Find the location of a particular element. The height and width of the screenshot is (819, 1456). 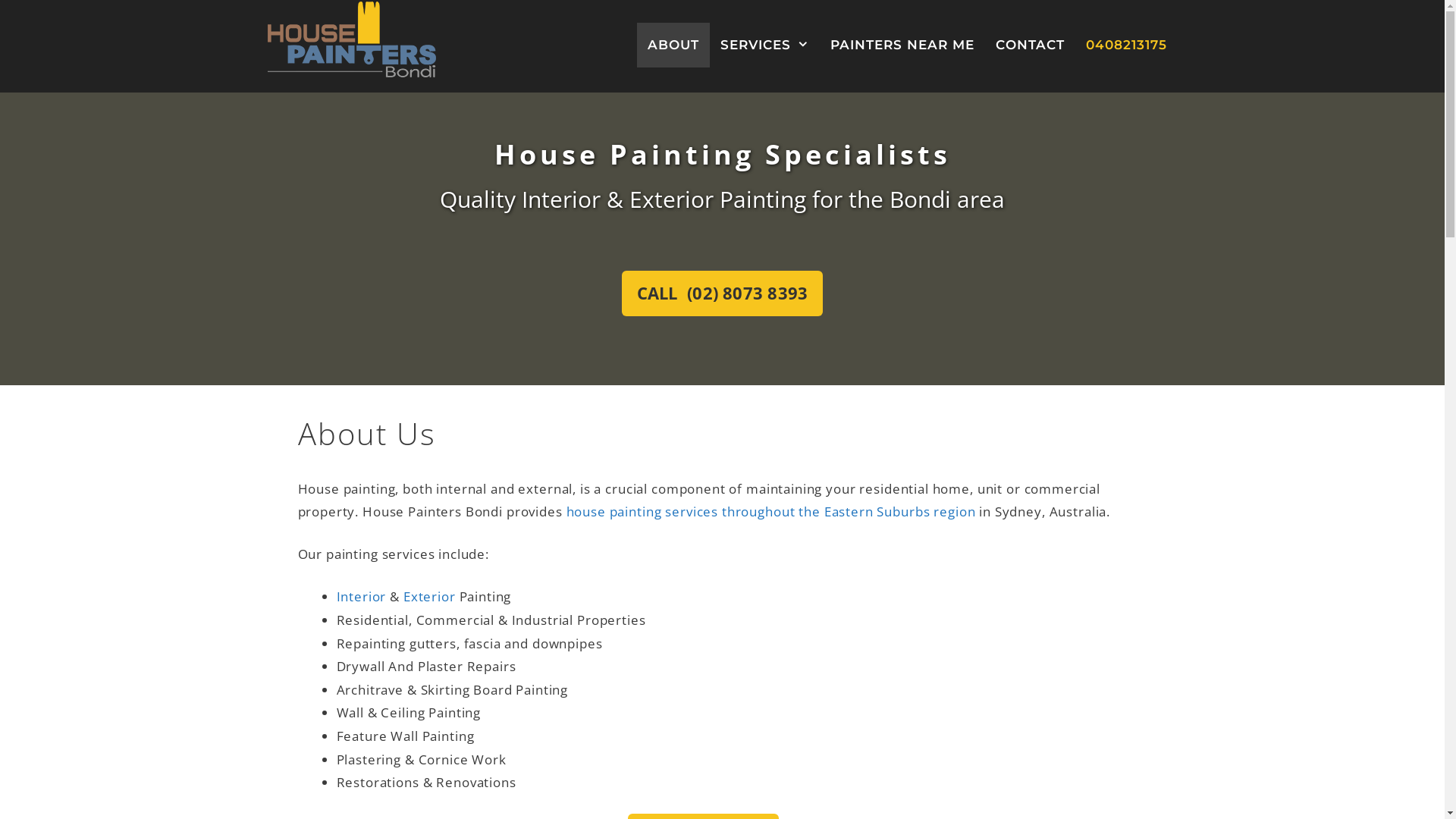

'0408213175' is located at coordinates (1126, 44).